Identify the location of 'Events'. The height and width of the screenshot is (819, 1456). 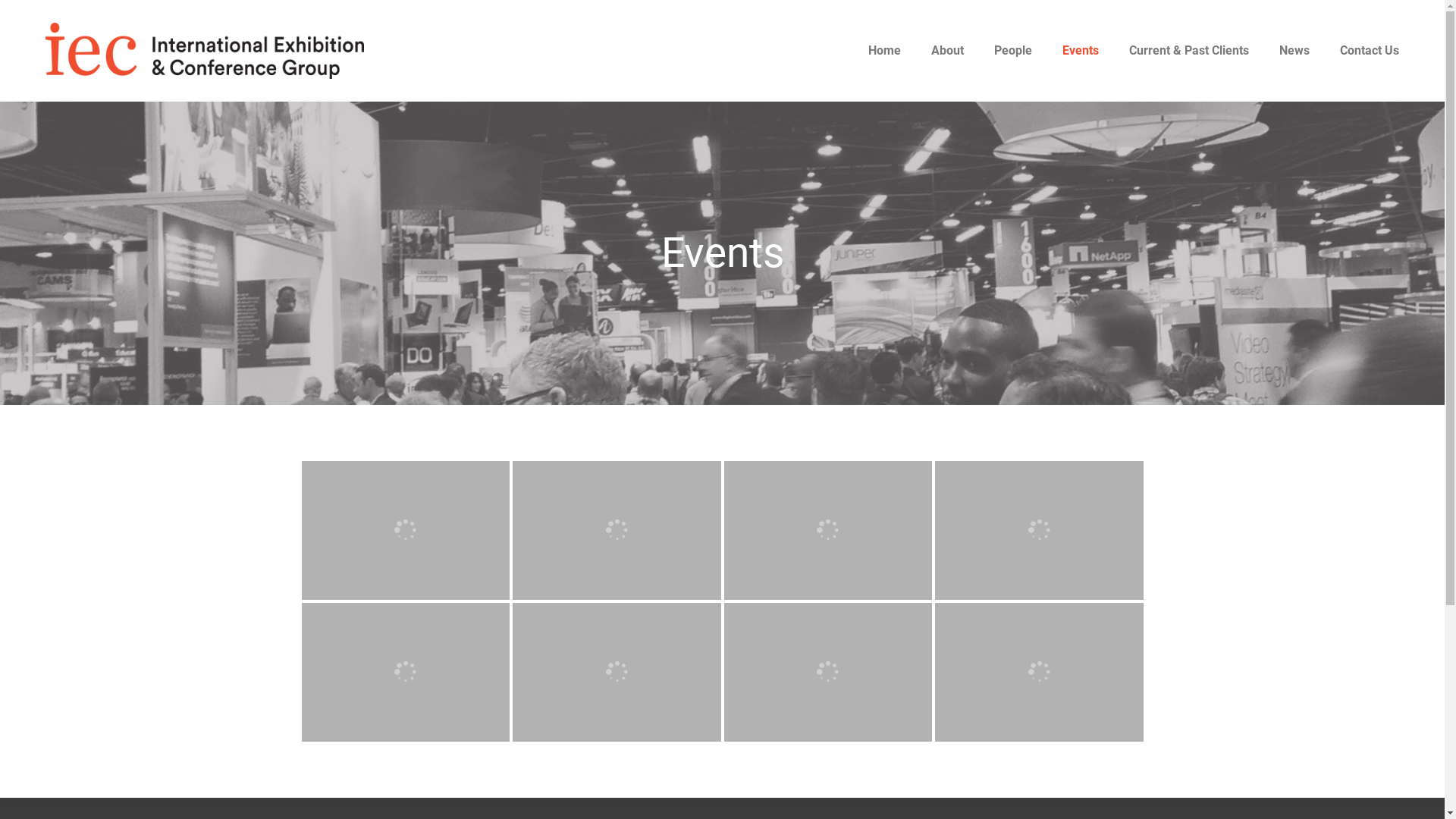
(1080, 49).